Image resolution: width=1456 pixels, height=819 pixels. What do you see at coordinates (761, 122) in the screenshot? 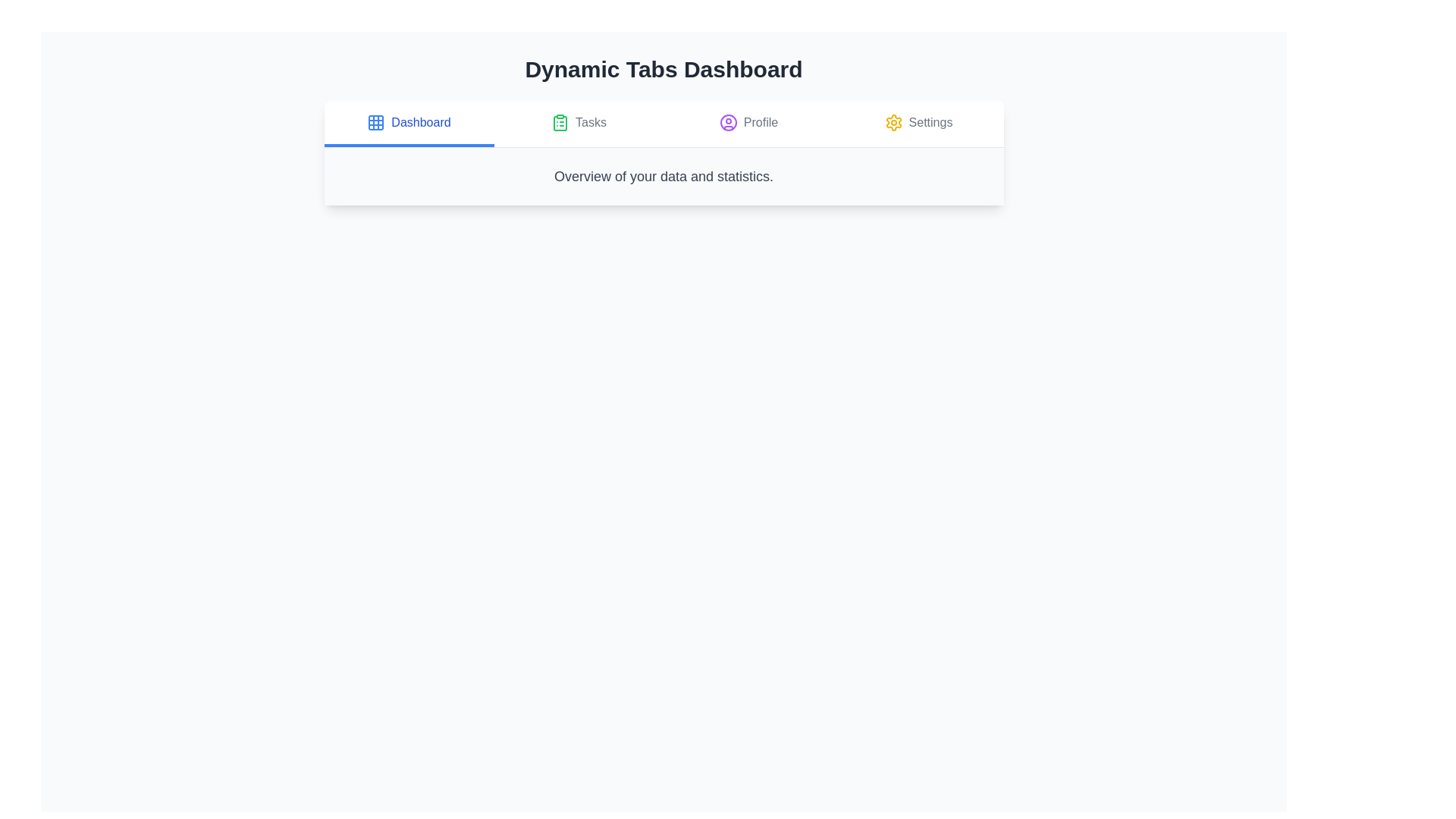
I see `the 'Profile' text label in the navigation menu` at bounding box center [761, 122].